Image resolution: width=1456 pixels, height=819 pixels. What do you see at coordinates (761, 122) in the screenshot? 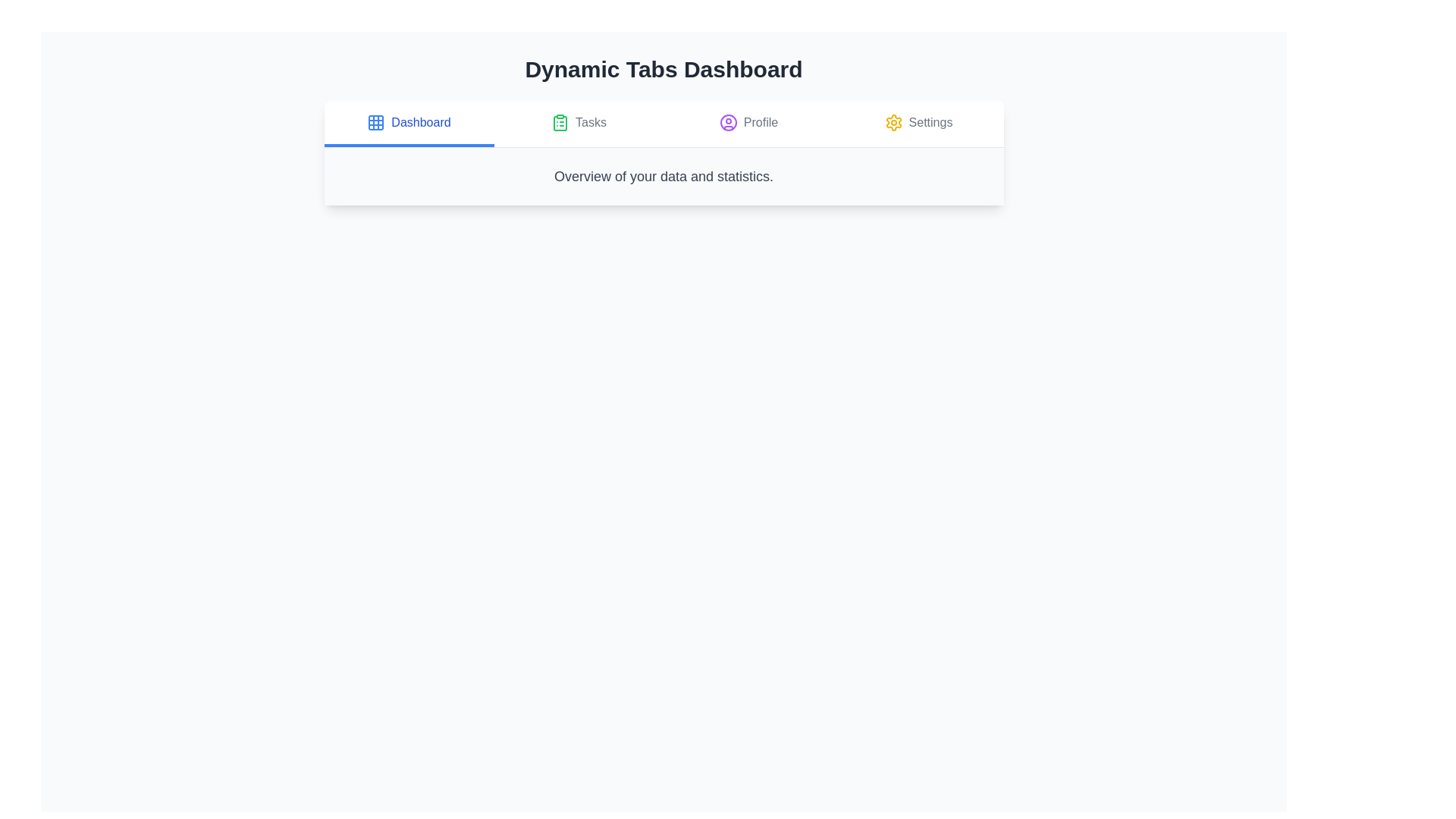
I see `the 'Profile' text label in the navigation menu` at bounding box center [761, 122].